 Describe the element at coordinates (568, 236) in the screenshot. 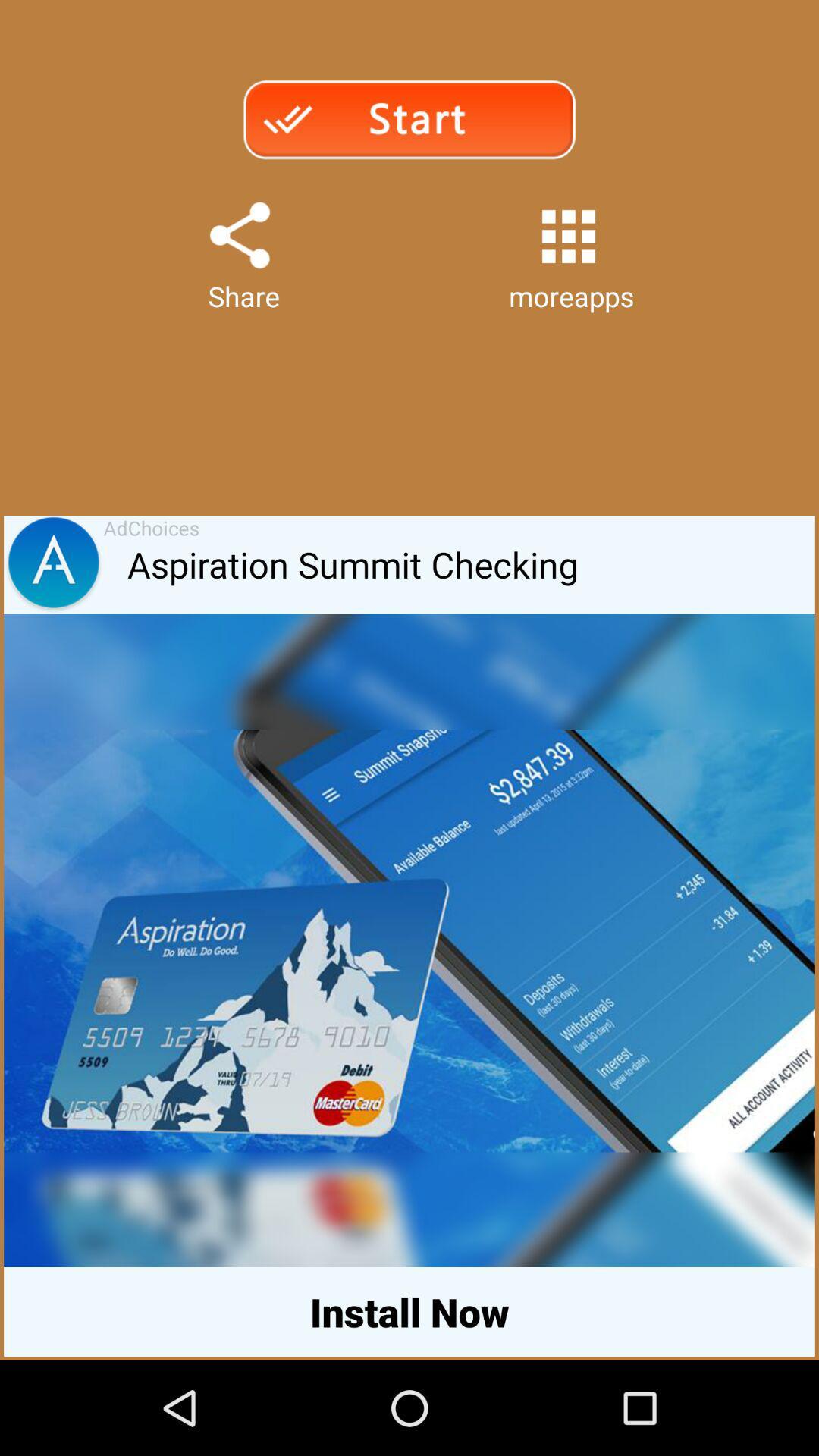

I see `app above moreapps` at that location.